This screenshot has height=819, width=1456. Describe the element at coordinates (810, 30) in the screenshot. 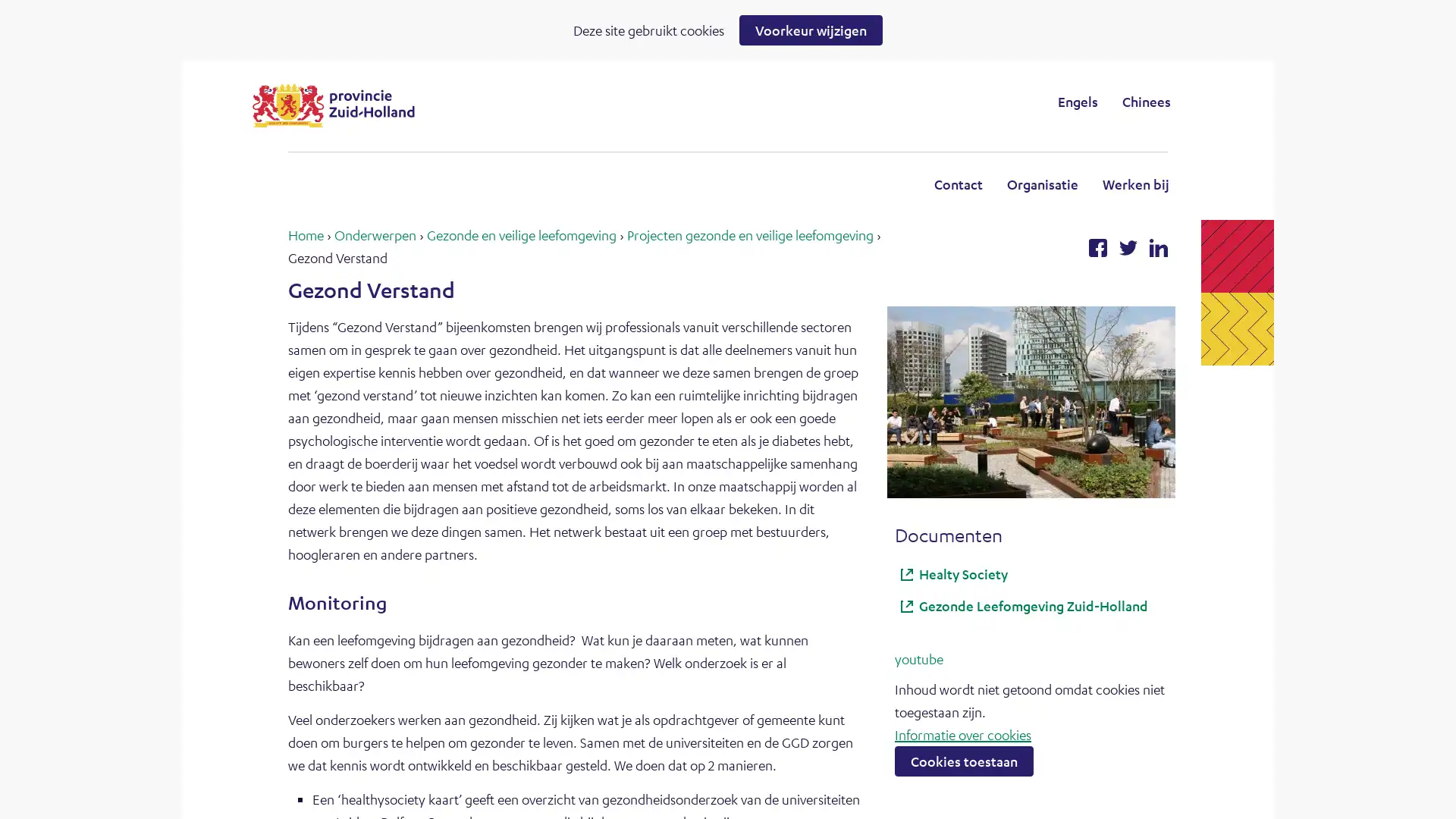

I see `Voorkeur wijzigen` at that location.